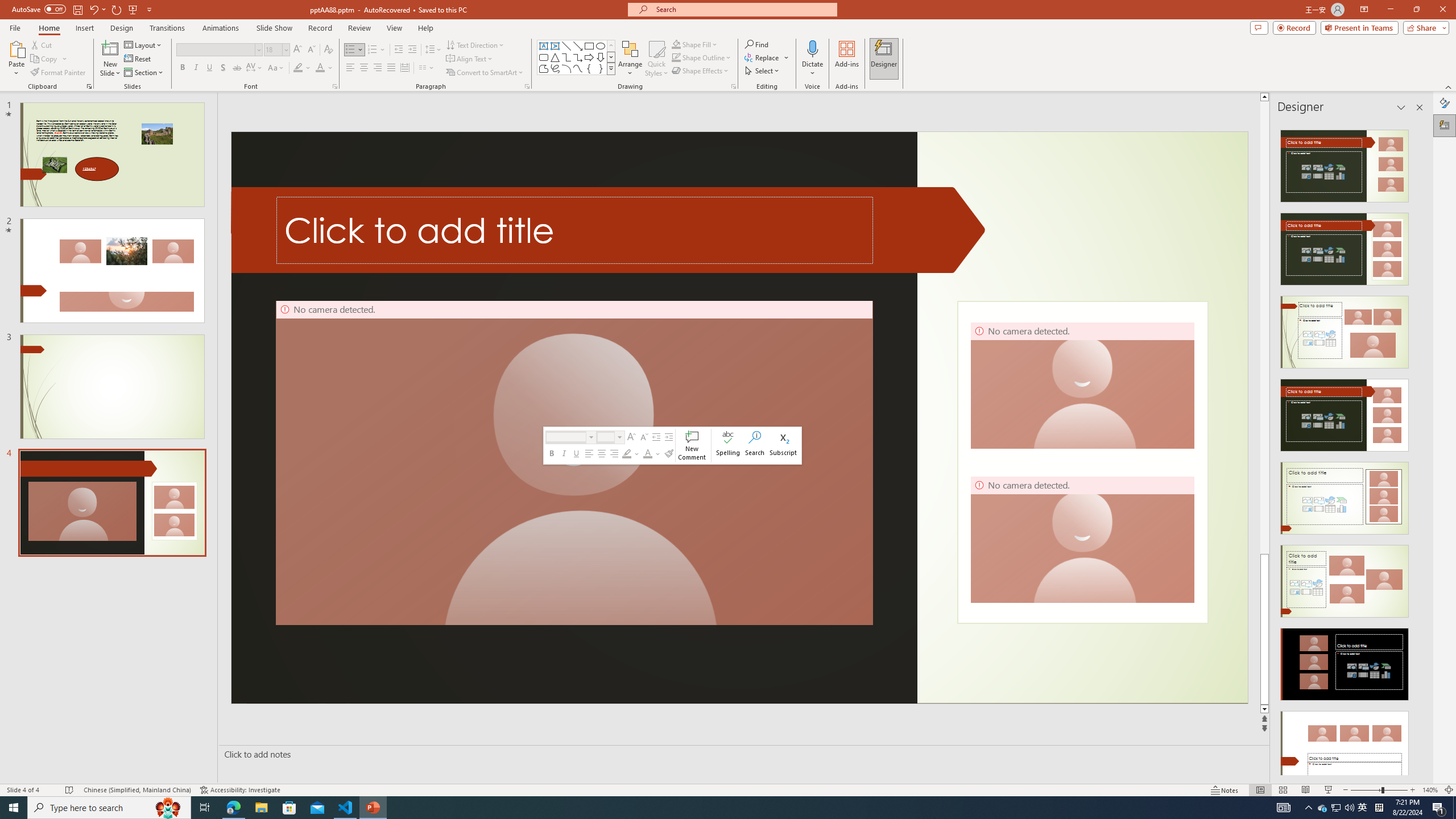 Image resolution: width=1456 pixels, height=819 pixels. I want to click on 'Undo', so click(97, 9).